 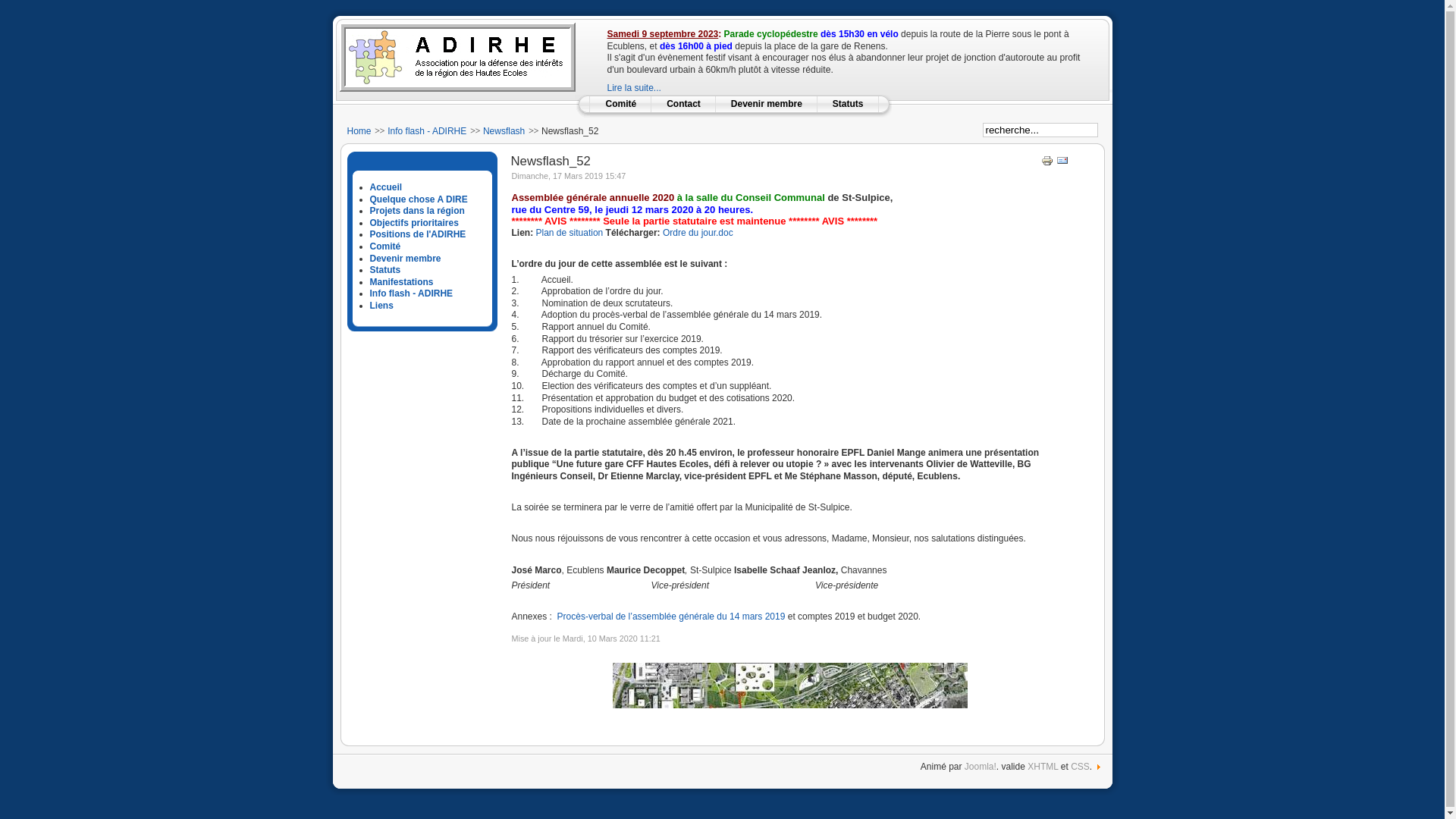 I want to click on 'Liens', so click(x=381, y=305).